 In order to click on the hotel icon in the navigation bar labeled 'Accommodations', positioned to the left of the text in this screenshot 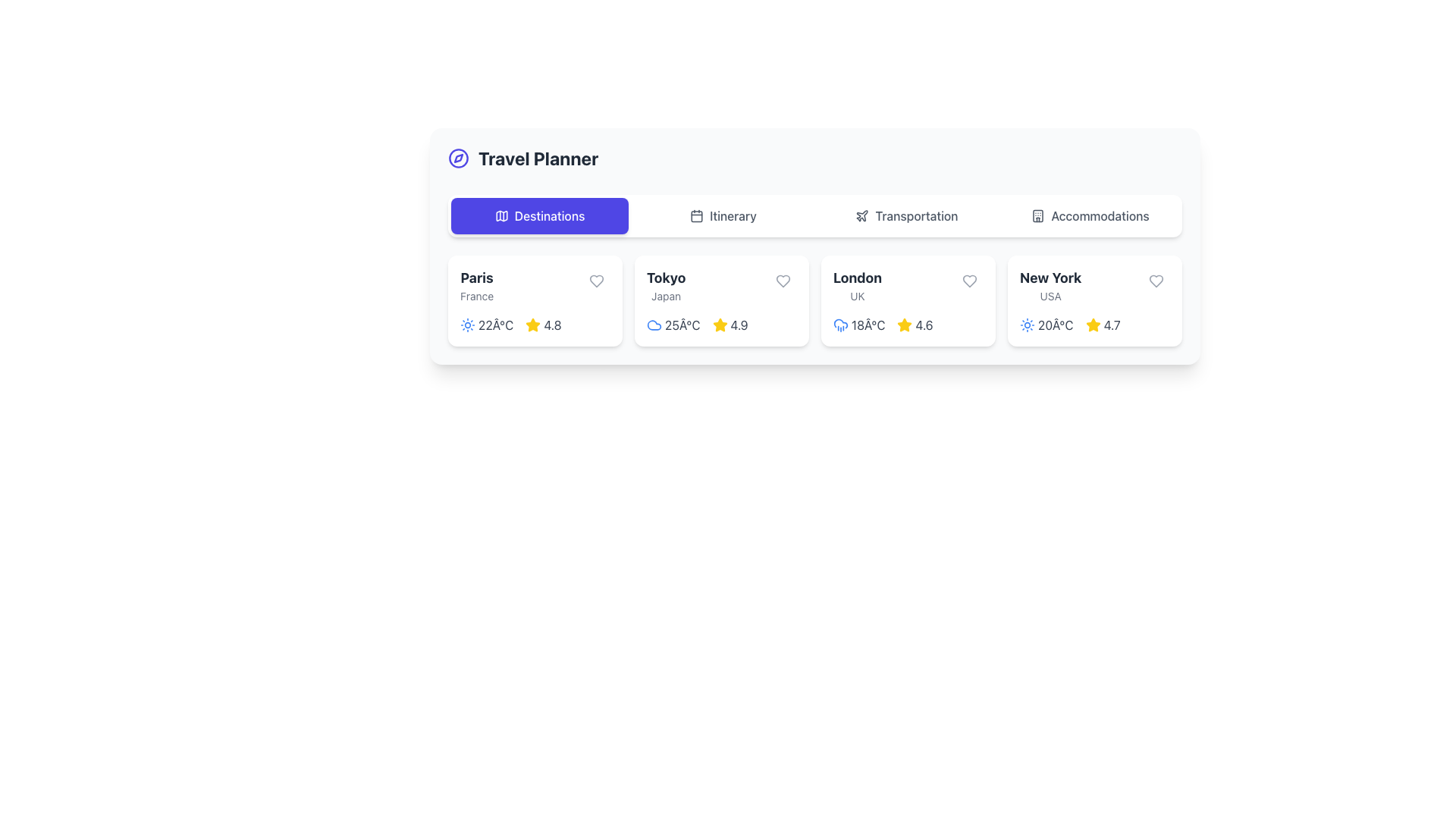, I will do `click(1037, 216)`.